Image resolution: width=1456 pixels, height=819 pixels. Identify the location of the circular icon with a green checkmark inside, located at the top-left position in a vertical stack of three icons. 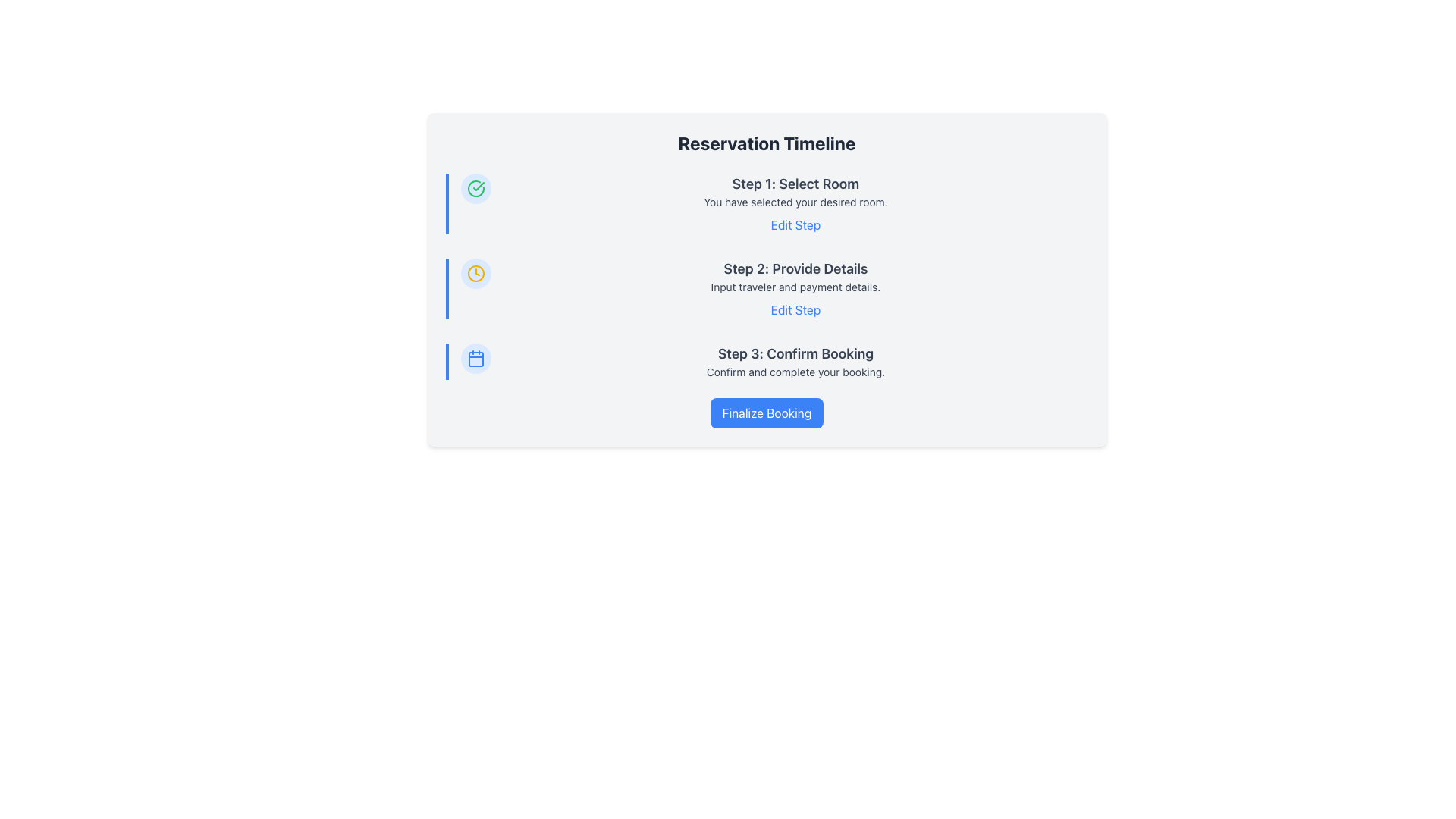
(475, 188).